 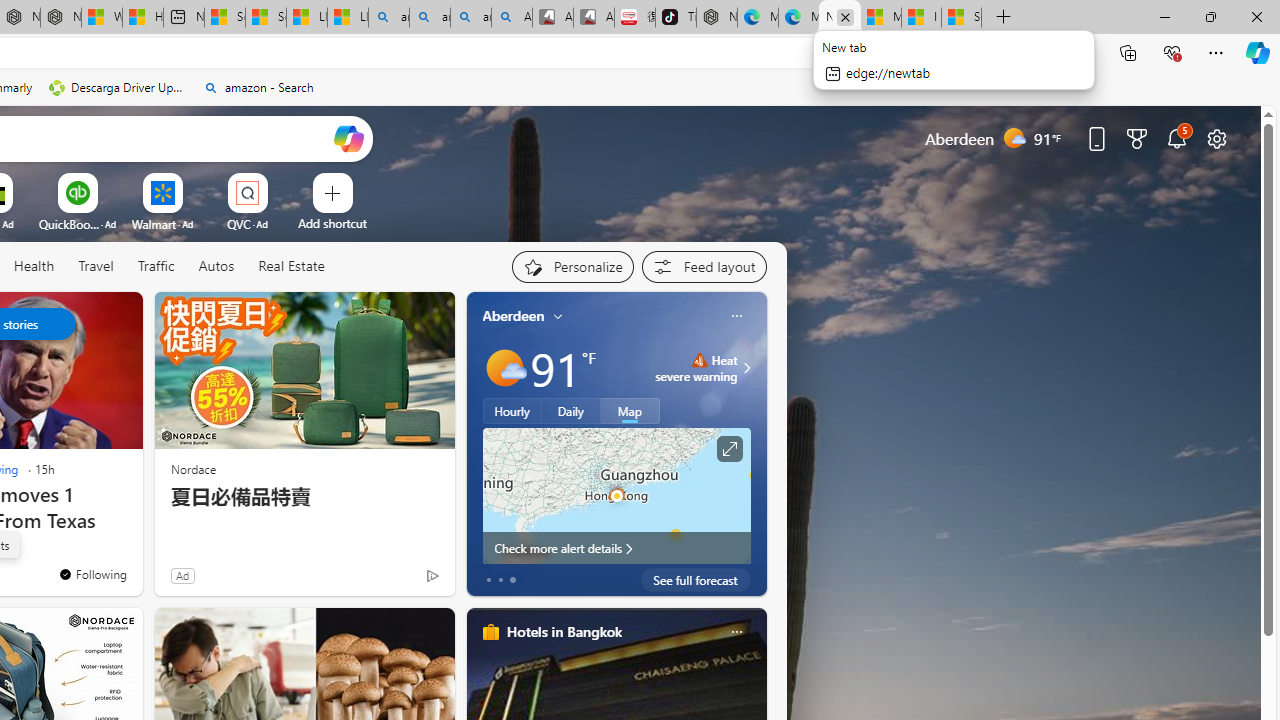 I want to click on 'Browser essentials', so click(x=1171, y=51).